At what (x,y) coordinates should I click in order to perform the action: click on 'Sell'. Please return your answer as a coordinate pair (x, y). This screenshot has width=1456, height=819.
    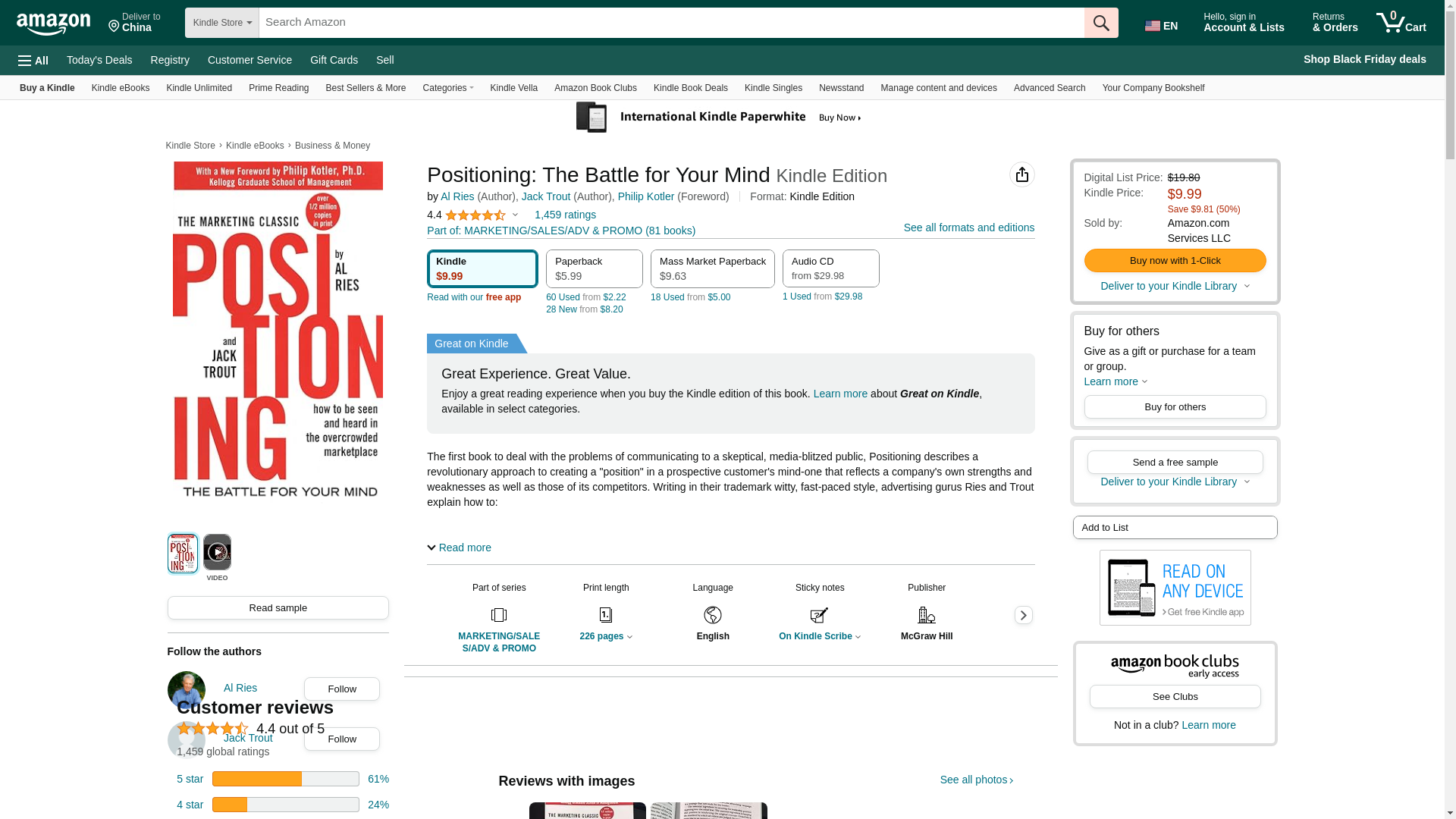
    Looking at the image, I should click on (367, 58).